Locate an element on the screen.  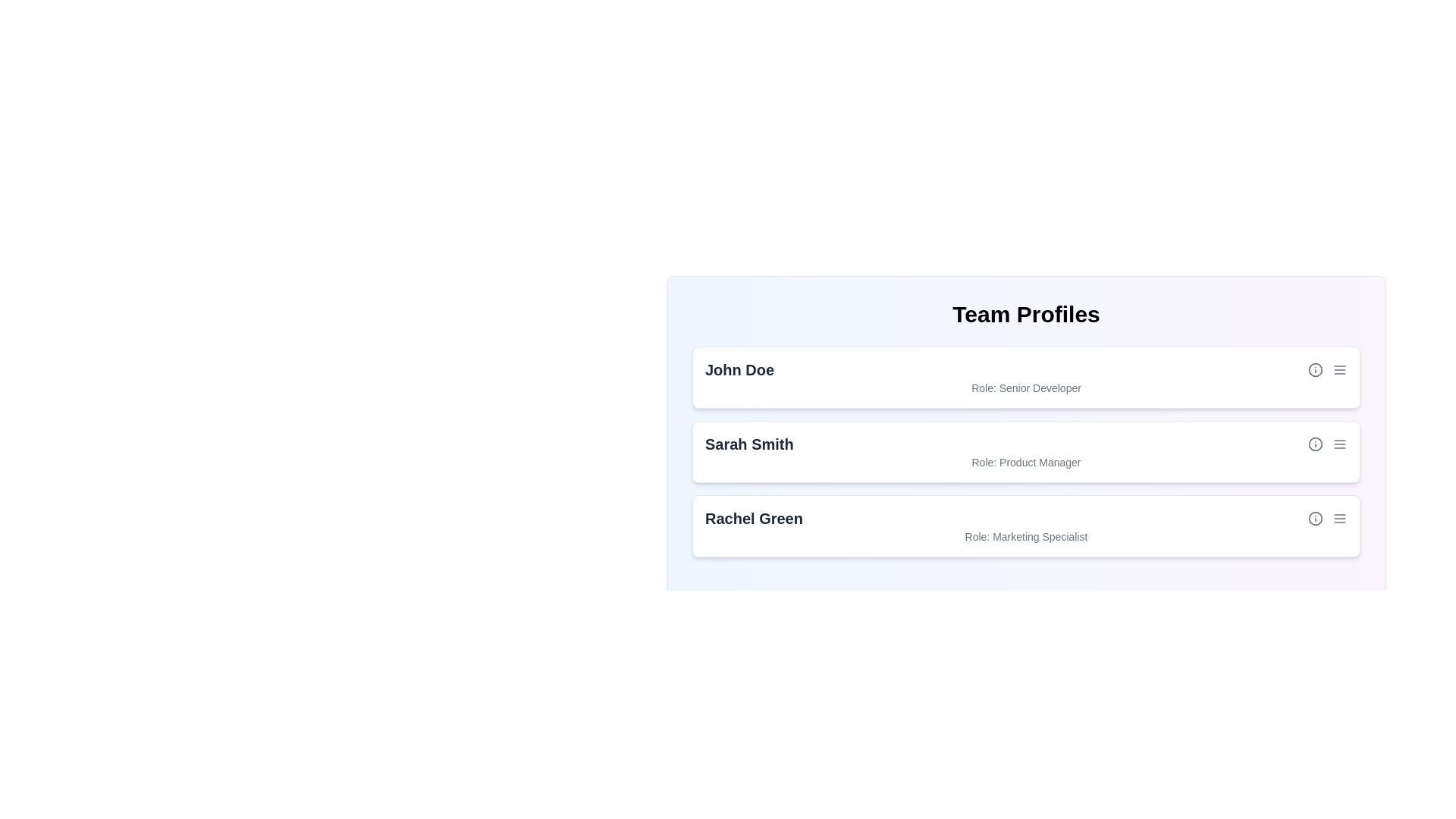
the Icon button resembling a menu or options toggle located at the right end of Rachel Green's profile section is located at coordinates (1339, 517).